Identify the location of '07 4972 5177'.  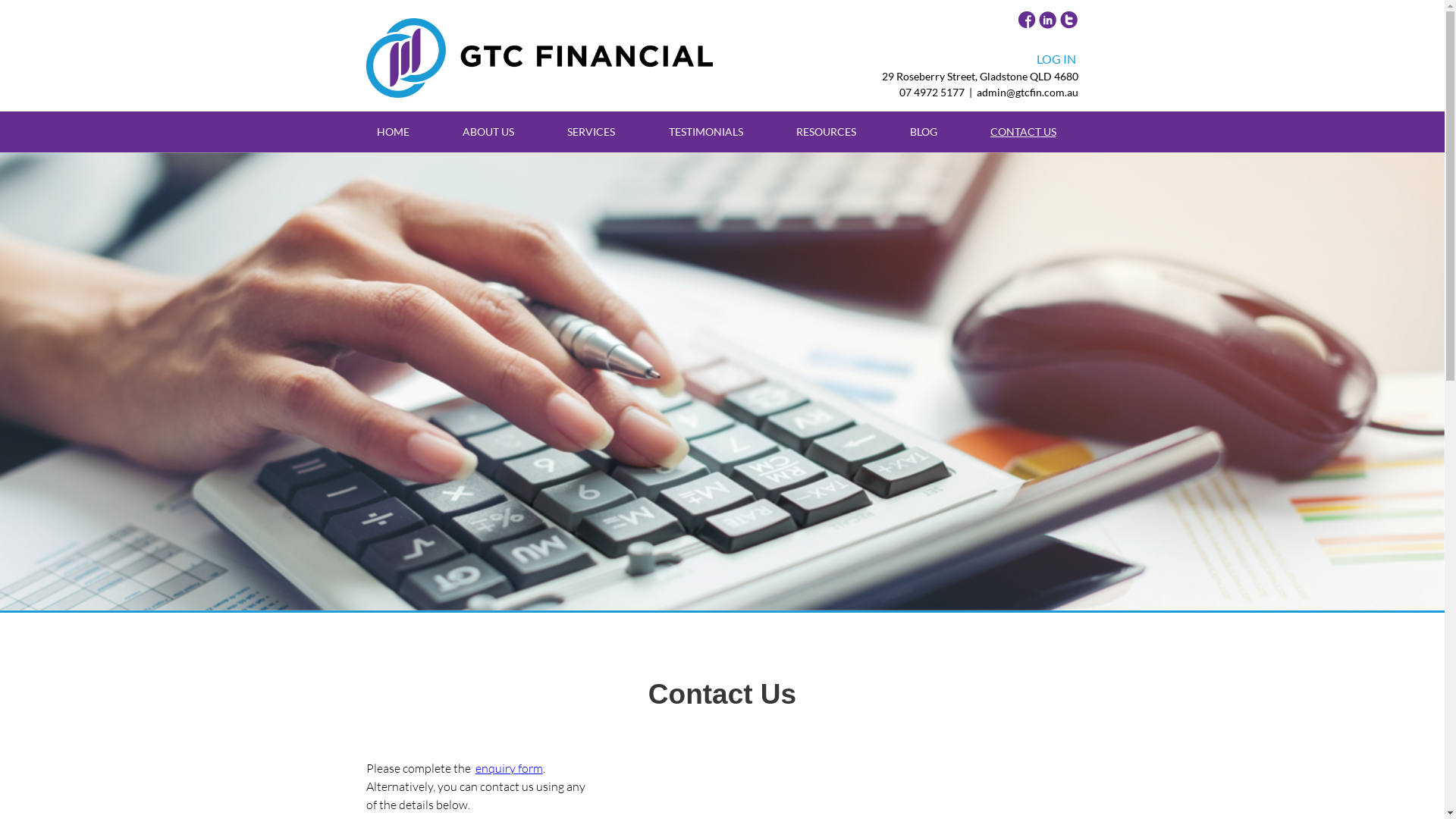
(930, 91).